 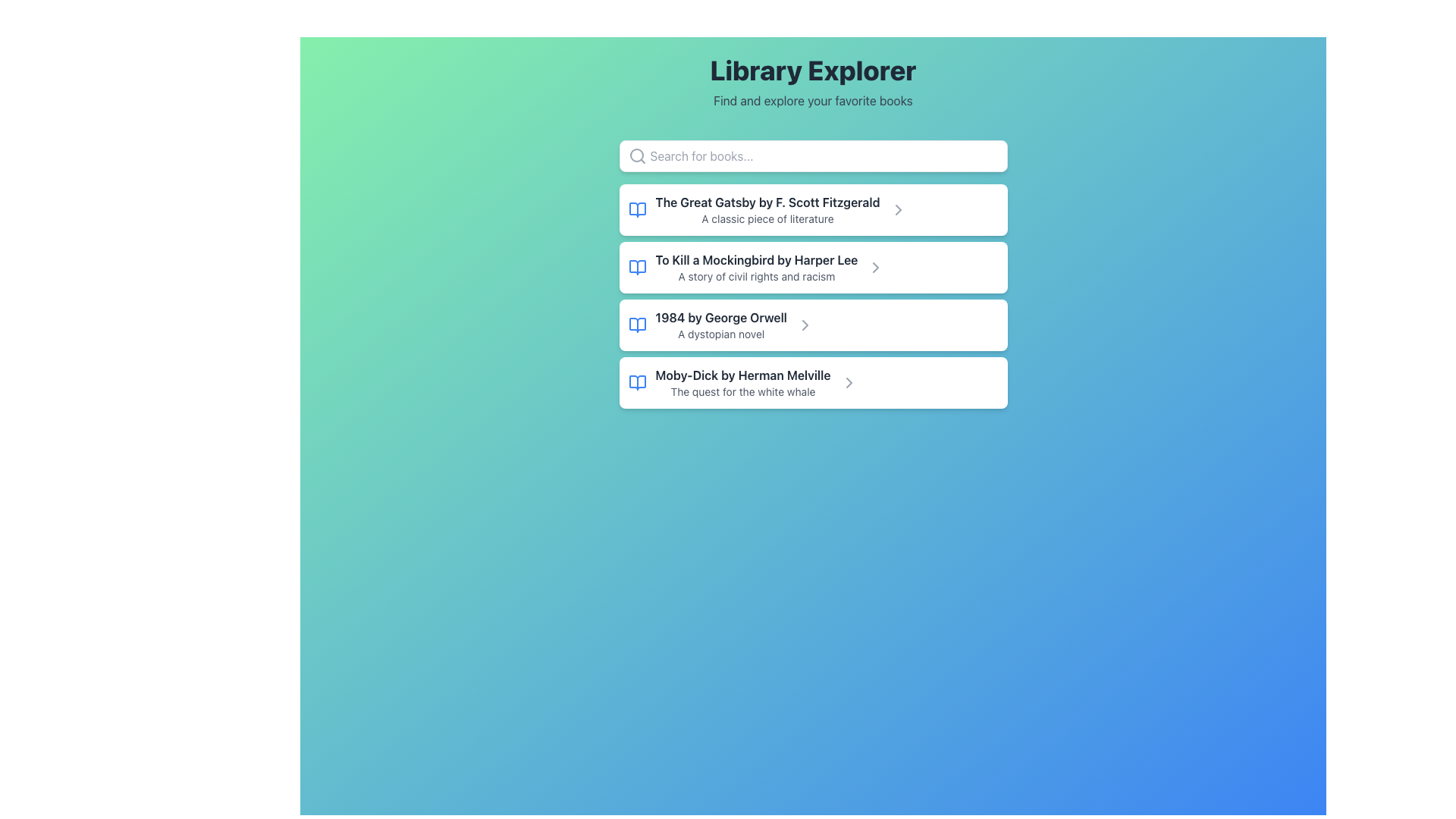 What do you see at coordinates (767, 210) in the screenshot?
I see `the informational summary text block for a book in the library list interface, which is the first item in a vertically stacked list and is centrally positioned within a rectangular tile` at bounding box center [767, 210].